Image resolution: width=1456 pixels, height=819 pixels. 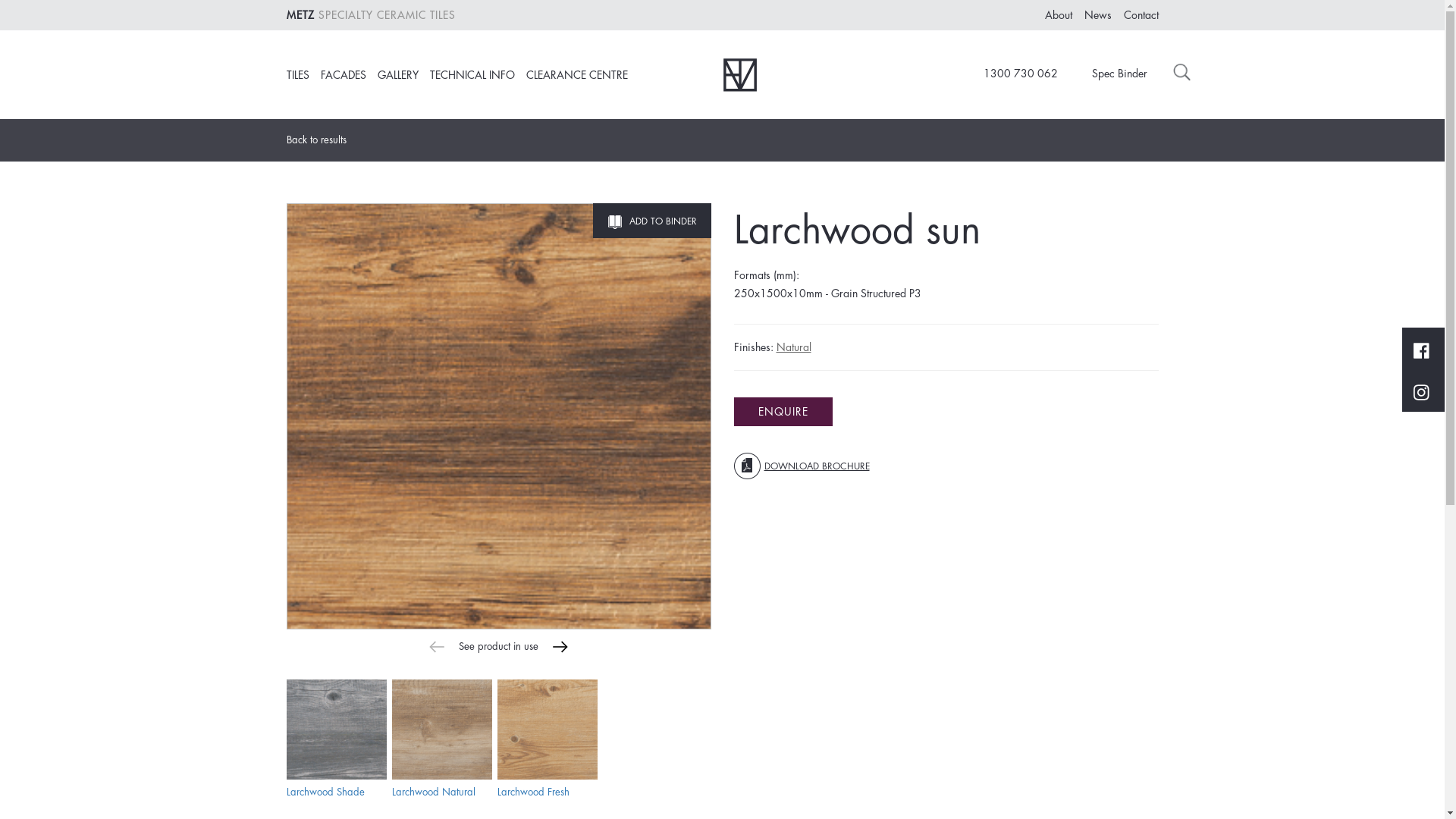 What do you see at coordinates (432, 791) in the screenshot?
I see `'Larchwood Natural'` at bounding box center [432, 791].